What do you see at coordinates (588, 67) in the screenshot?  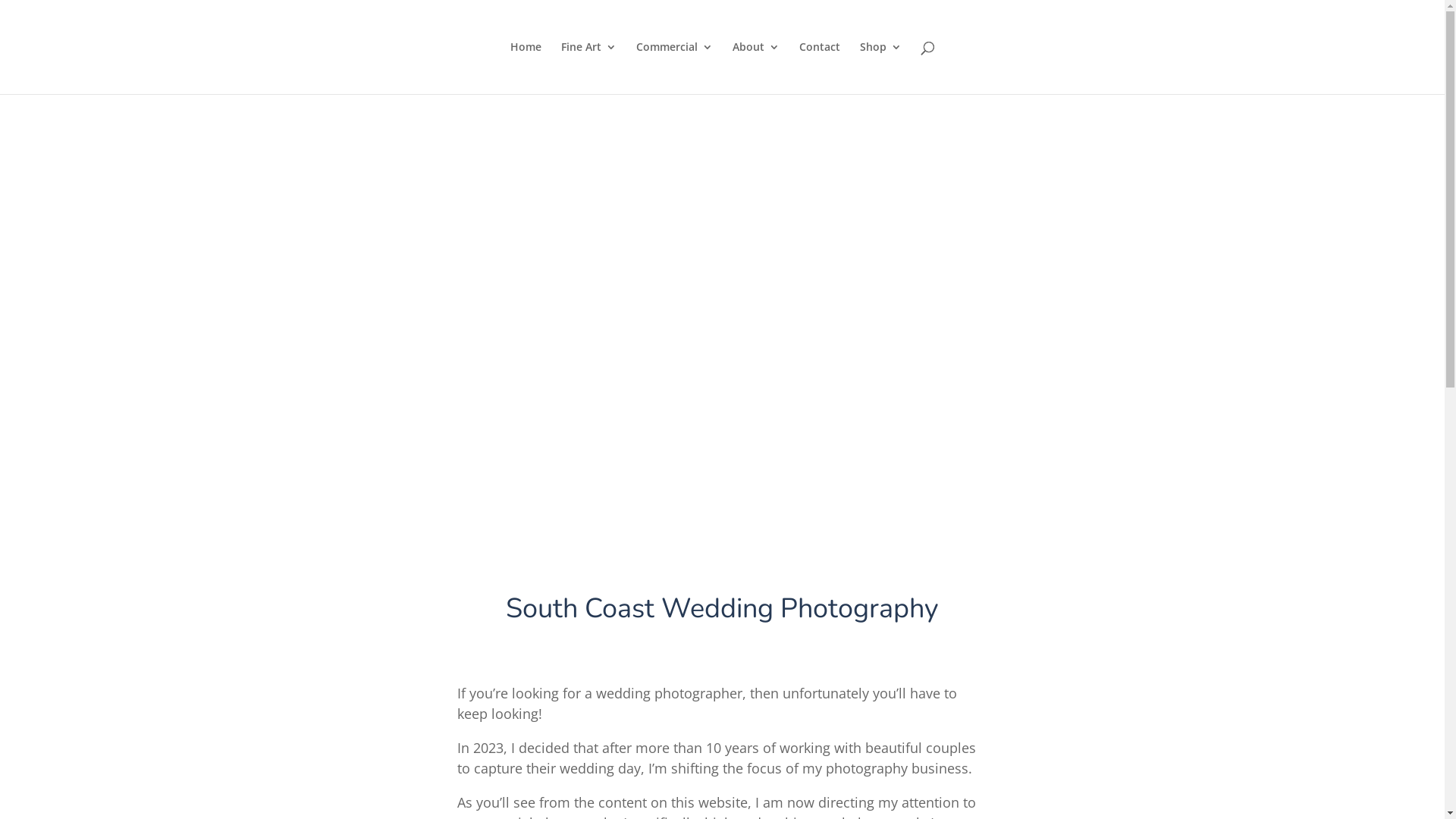 I see `'Fine Art'` at bounding box center [588, 67].